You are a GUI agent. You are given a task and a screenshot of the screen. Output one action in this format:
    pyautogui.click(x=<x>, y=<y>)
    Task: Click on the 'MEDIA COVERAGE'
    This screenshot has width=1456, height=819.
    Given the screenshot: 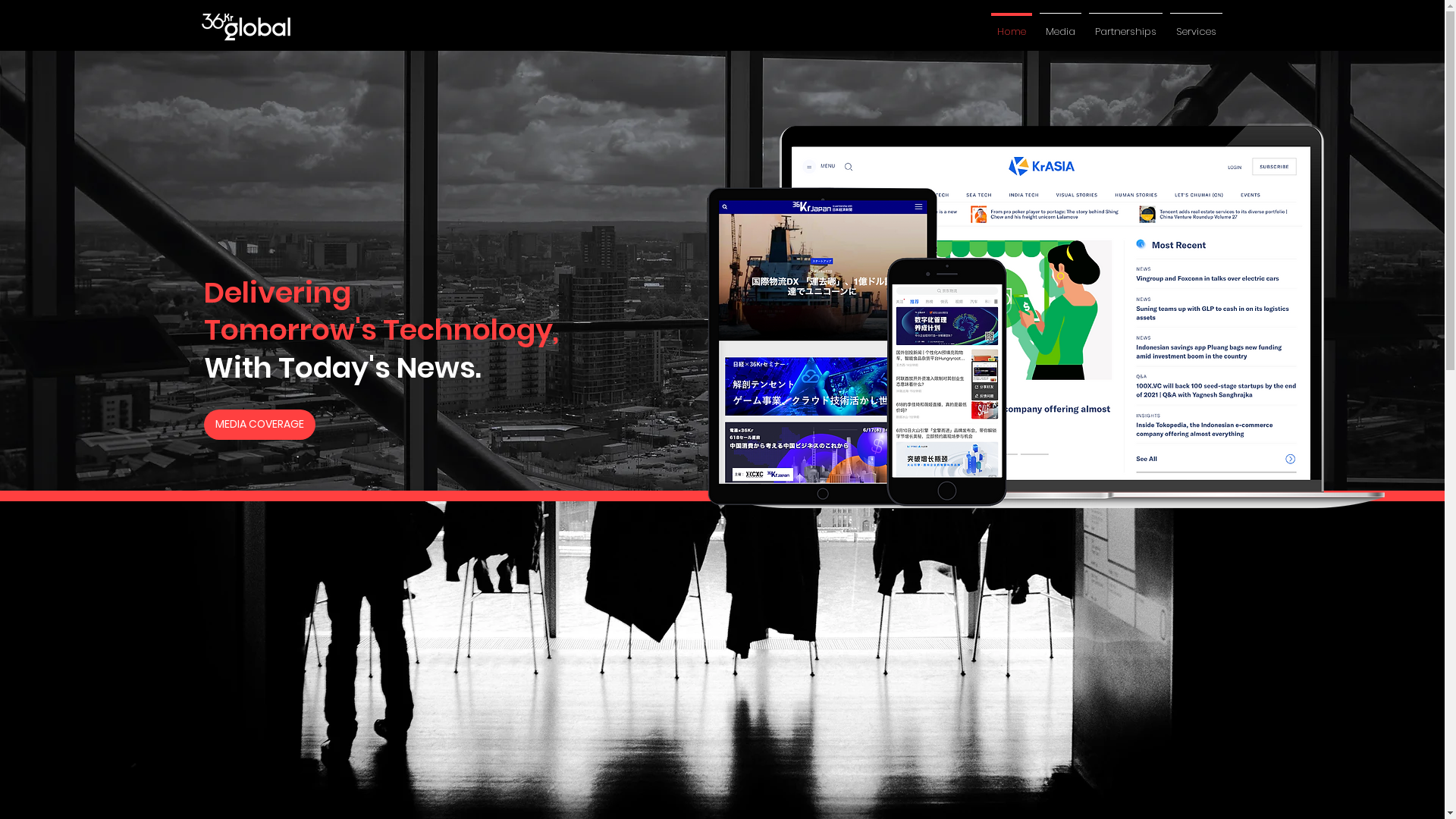 What is the action you would take?
    pyautogui.click(x=259, y=424)
    